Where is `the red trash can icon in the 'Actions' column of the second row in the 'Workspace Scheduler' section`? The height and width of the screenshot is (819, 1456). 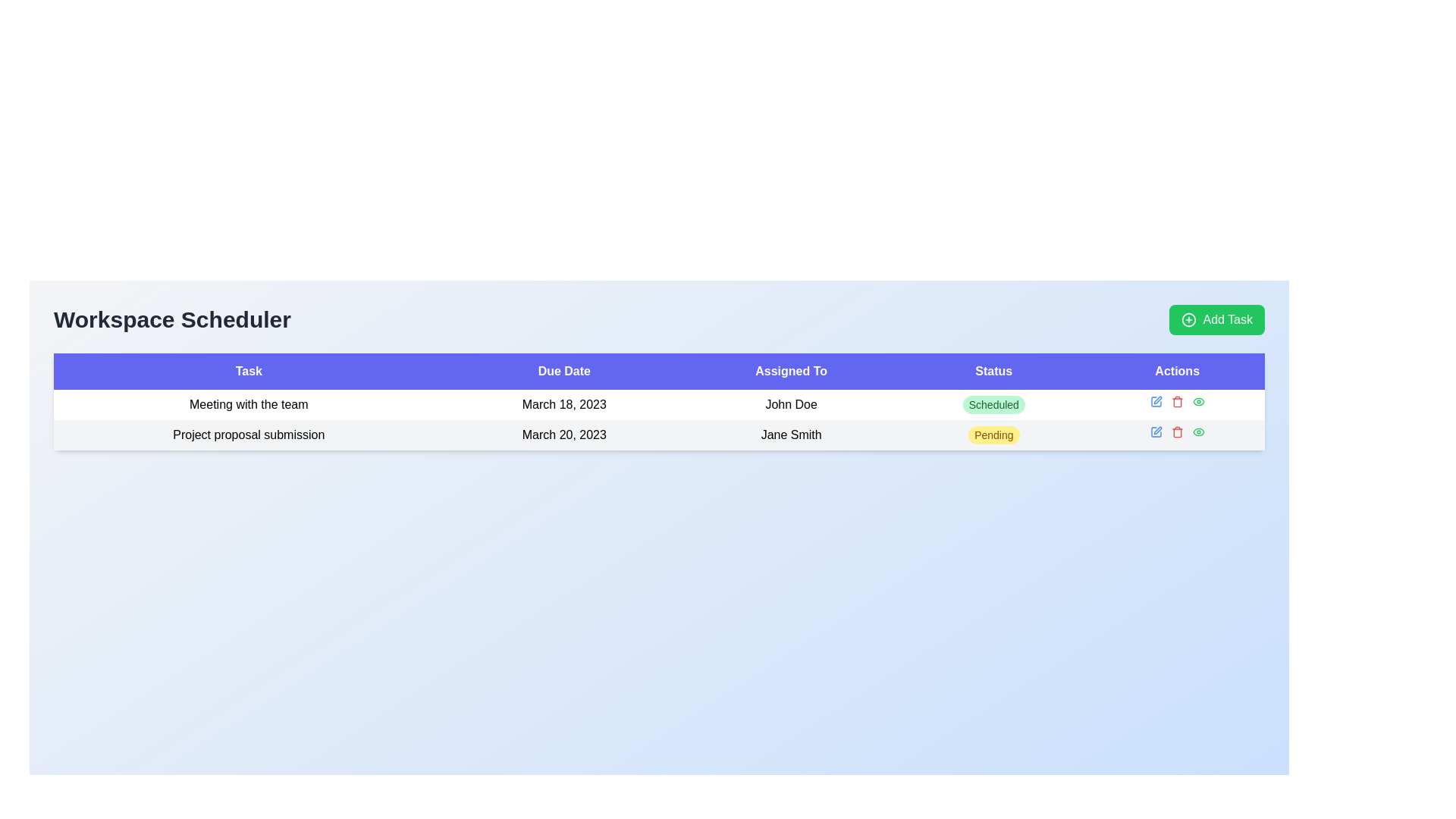
the red trash can icon in the 'Actions' column of the second row in the 'Workspace Scheduler' section is located at coordinates (1176, 432).